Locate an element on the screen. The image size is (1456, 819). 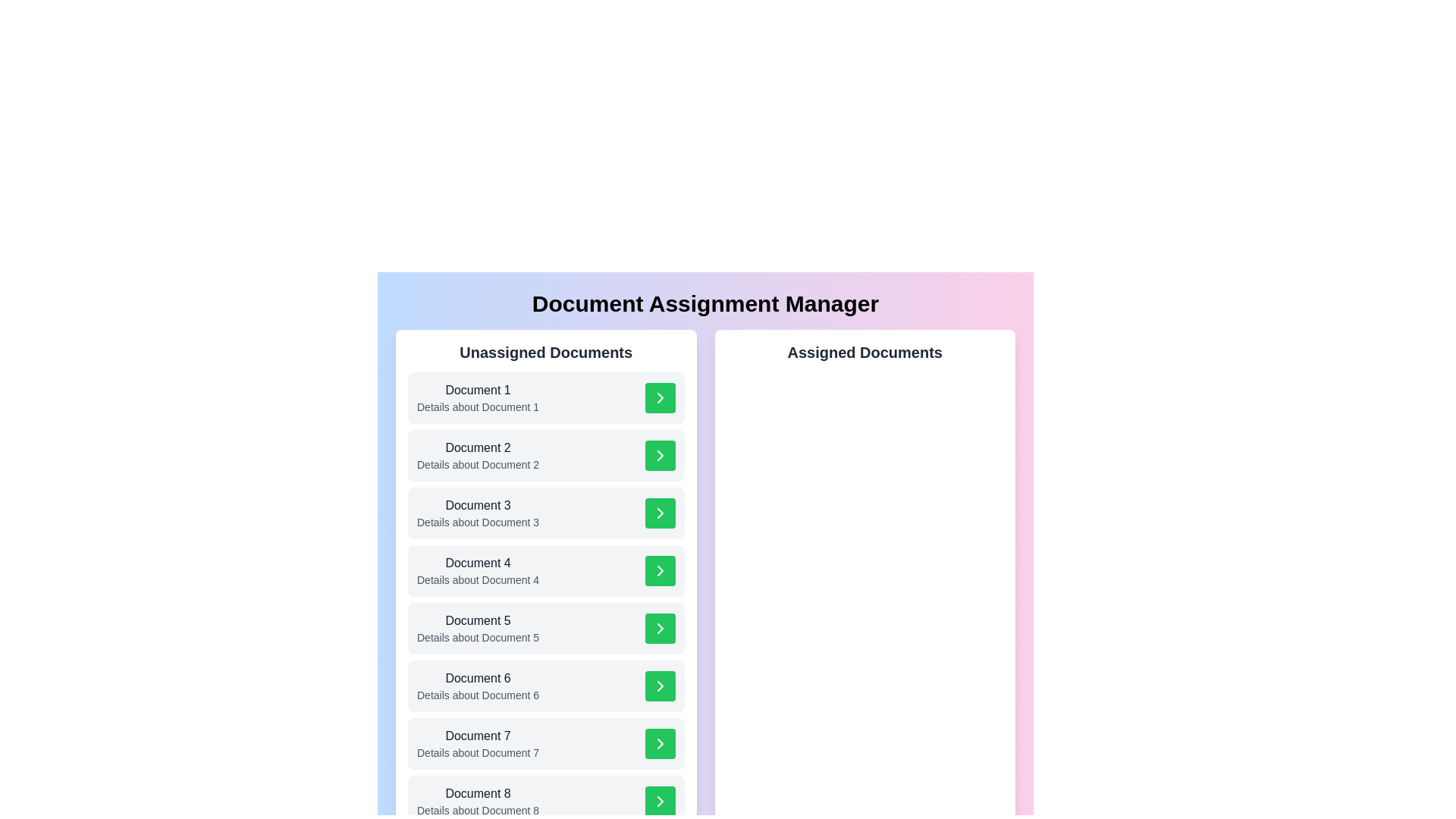
the text display area containing 'Document 3' and 'Details about Document 3' in the left panel of 'Unassigned Documents' under 'Document Assignment Manager' is located at coordinates (477, 513).